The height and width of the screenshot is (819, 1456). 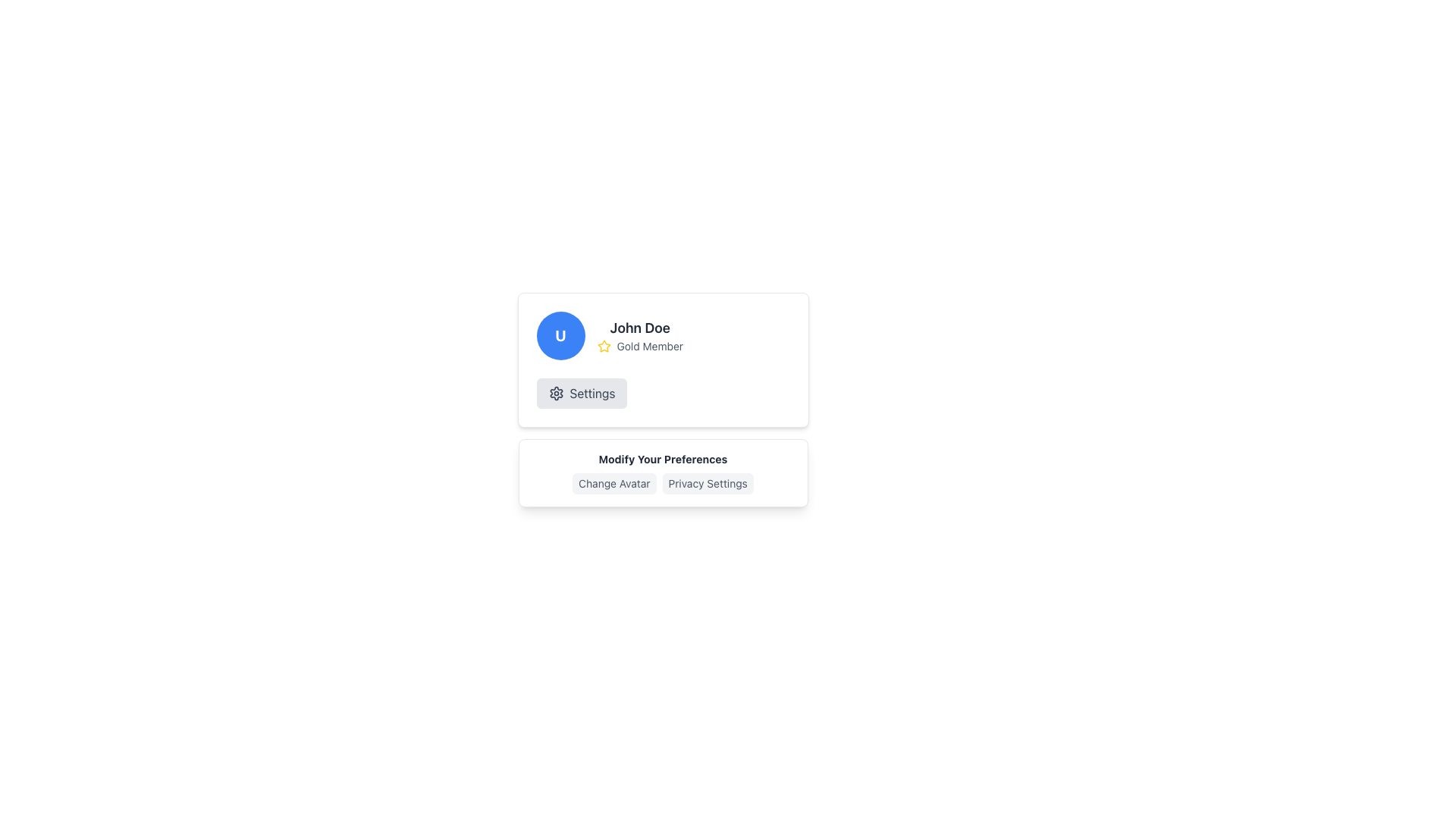 I want to click on the 'Gold Member' text label, which is styled in small gray font and positioned next to a yellow star icon, located below the name 'John Doe', so click(x=650, y=346).